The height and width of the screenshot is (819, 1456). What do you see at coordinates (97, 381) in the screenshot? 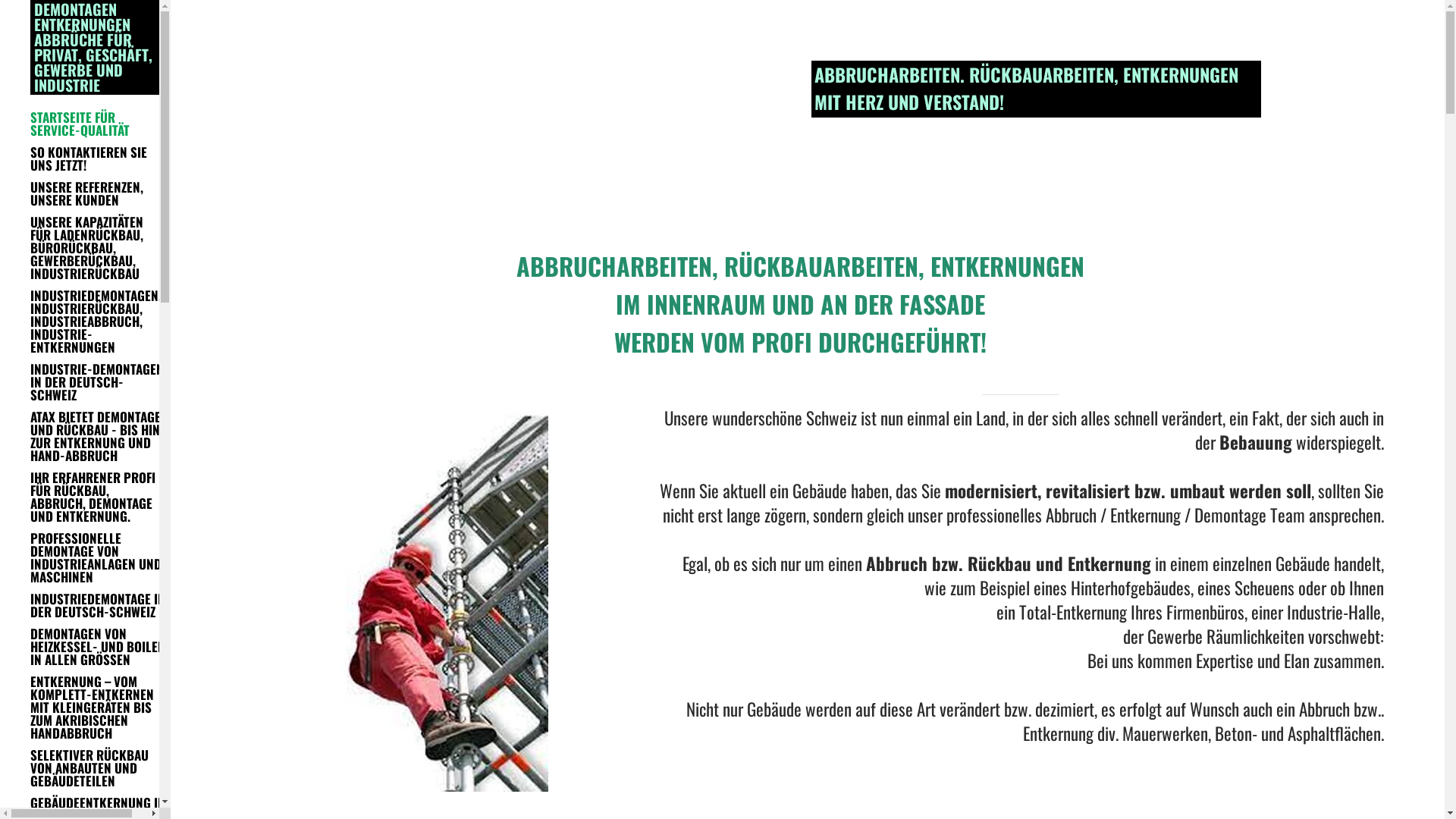
I see `'INDUSTRIE-DEMONTAGEN IN DER DEUTSCH-SCHWEIZ'` at bounding box center [97, 381].